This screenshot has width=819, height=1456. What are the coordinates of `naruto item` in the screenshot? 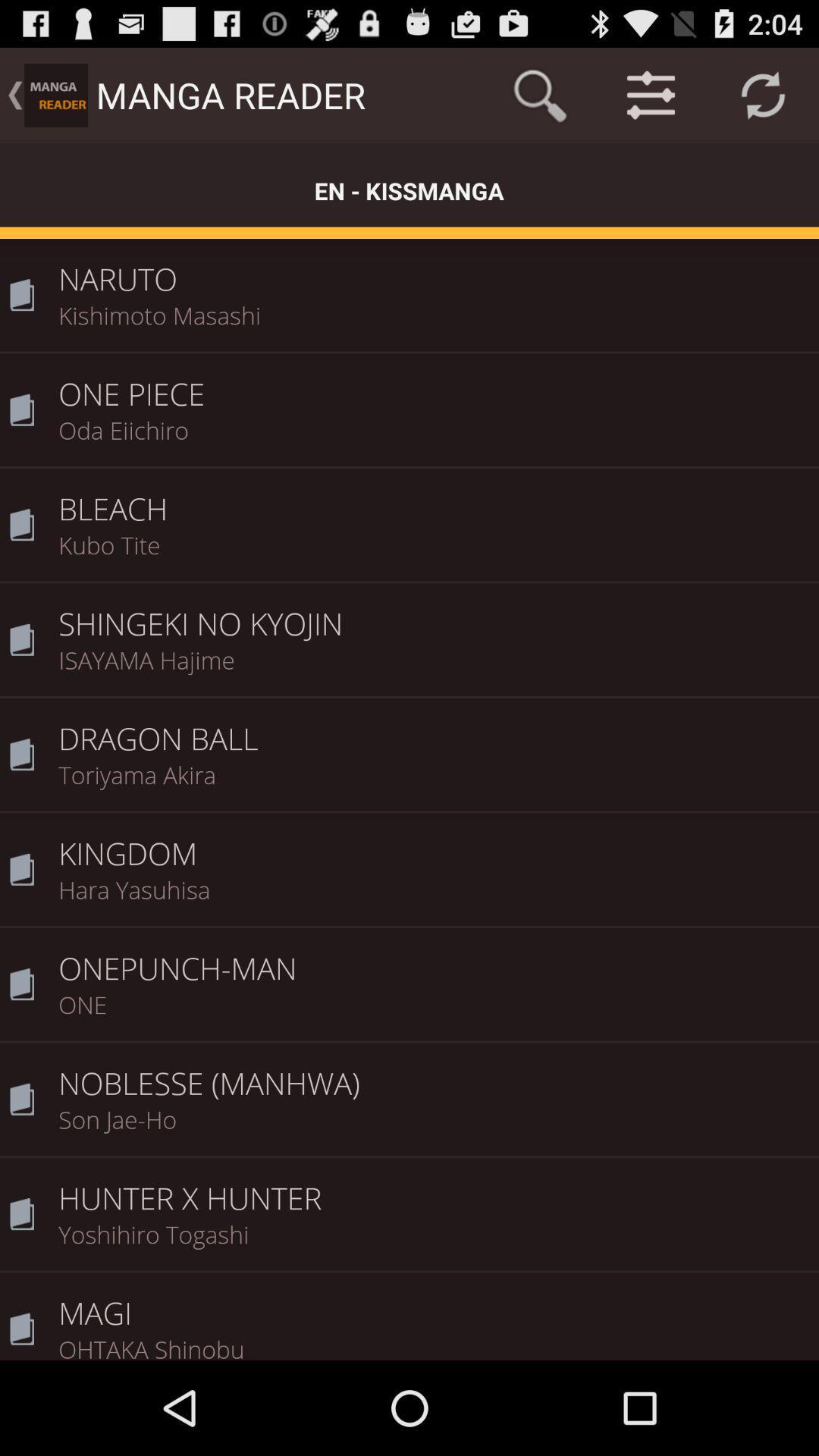 It's located at (433, 268).